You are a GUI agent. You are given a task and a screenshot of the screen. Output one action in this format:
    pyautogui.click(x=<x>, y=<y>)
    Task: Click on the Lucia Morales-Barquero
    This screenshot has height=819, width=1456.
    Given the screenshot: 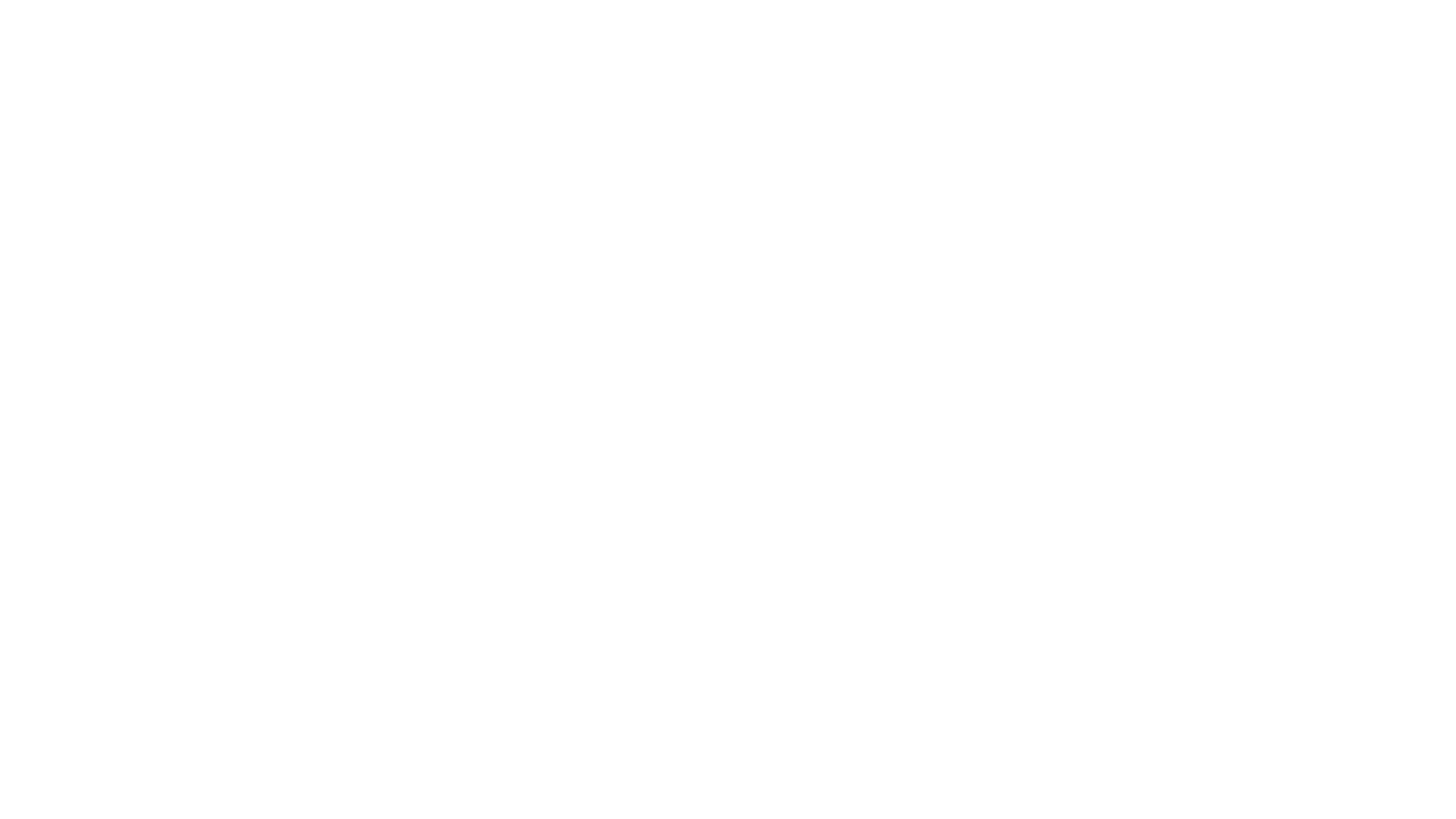 What is the action you would take?
    pyautogui.click(x=789, y=185)
    